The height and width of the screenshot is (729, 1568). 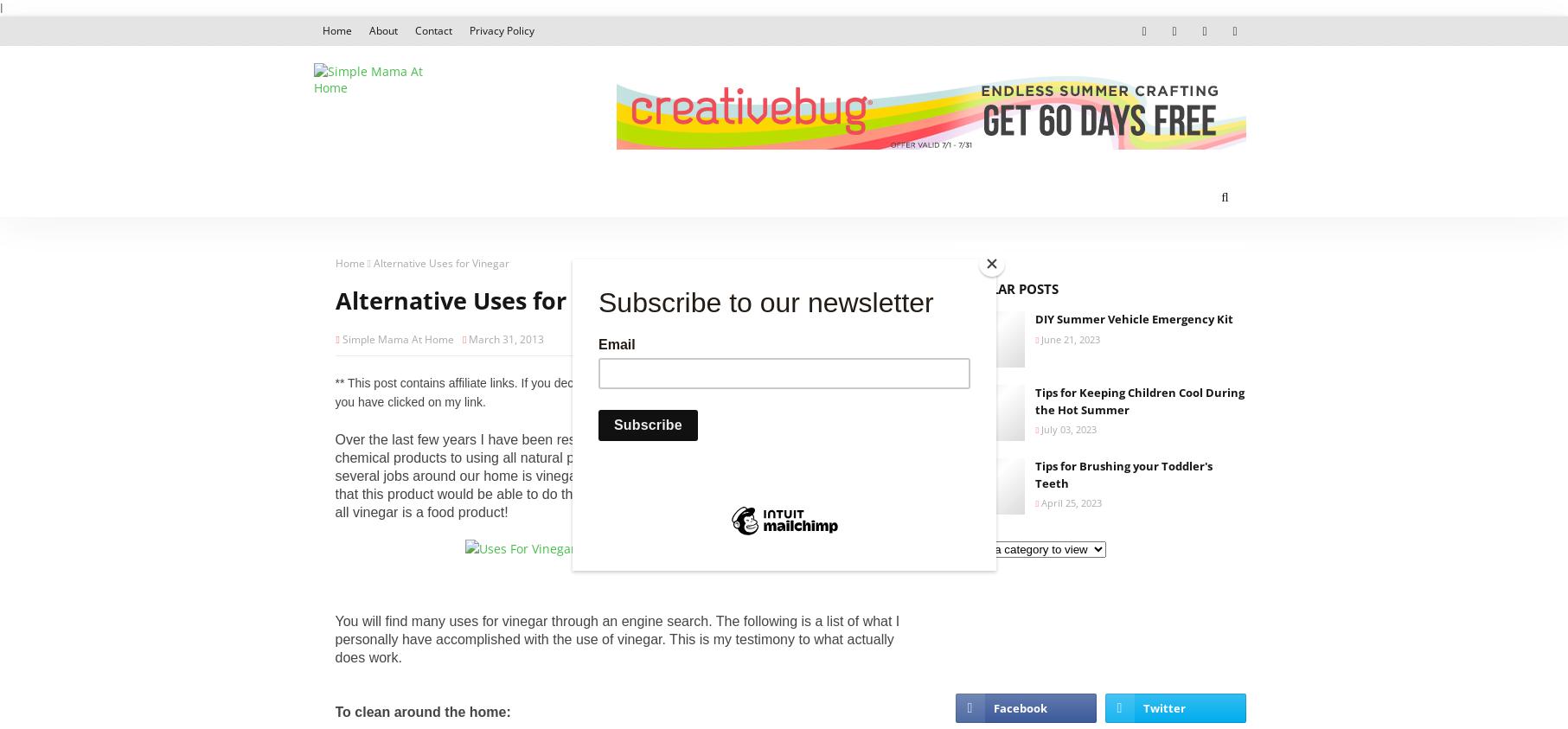 I want to click on 'Tips for Keeping Children Cool During the Hot Summer', so click(x=1138, y=400).